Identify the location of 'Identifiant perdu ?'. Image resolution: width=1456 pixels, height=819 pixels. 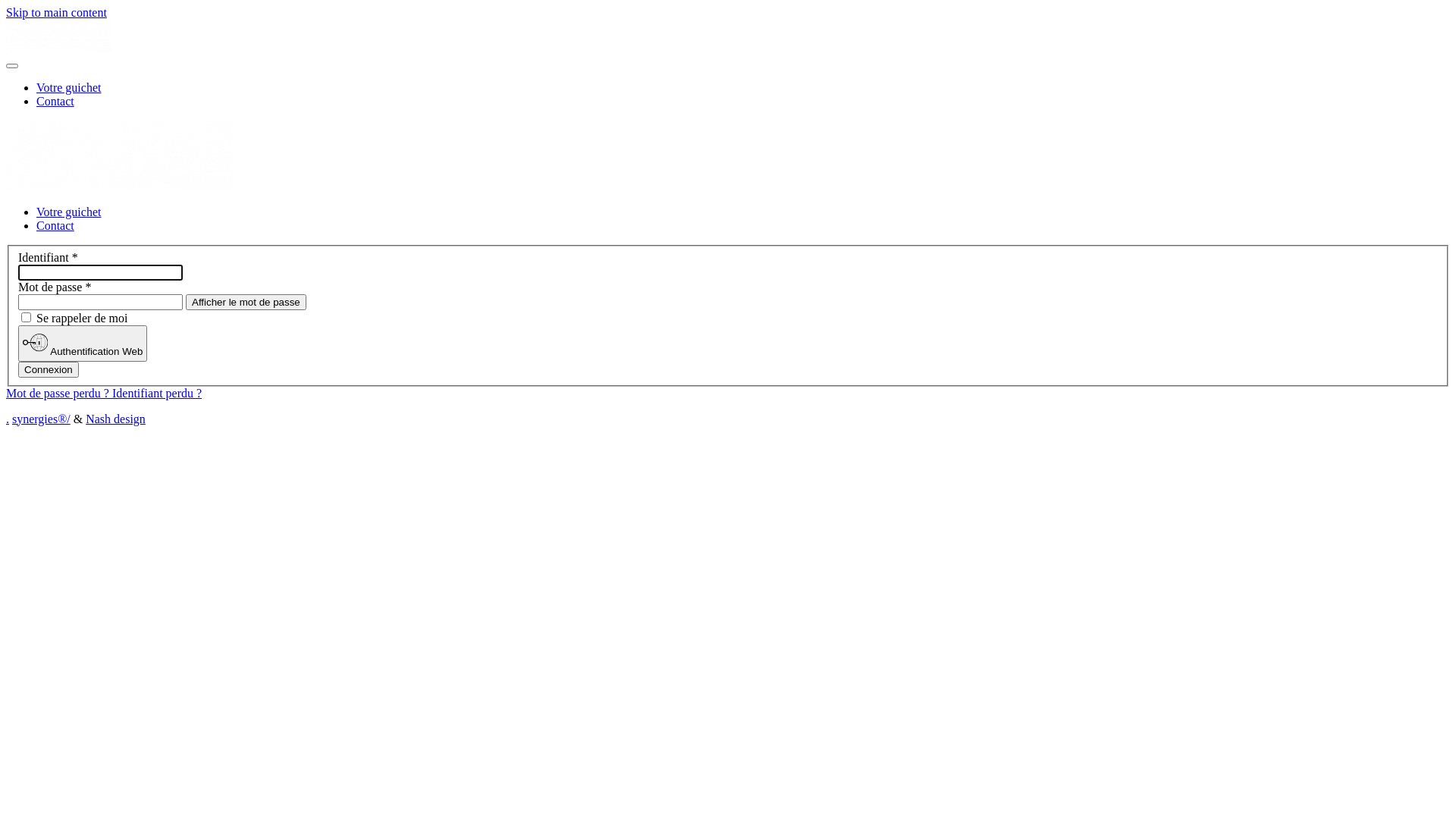
(156, 392).